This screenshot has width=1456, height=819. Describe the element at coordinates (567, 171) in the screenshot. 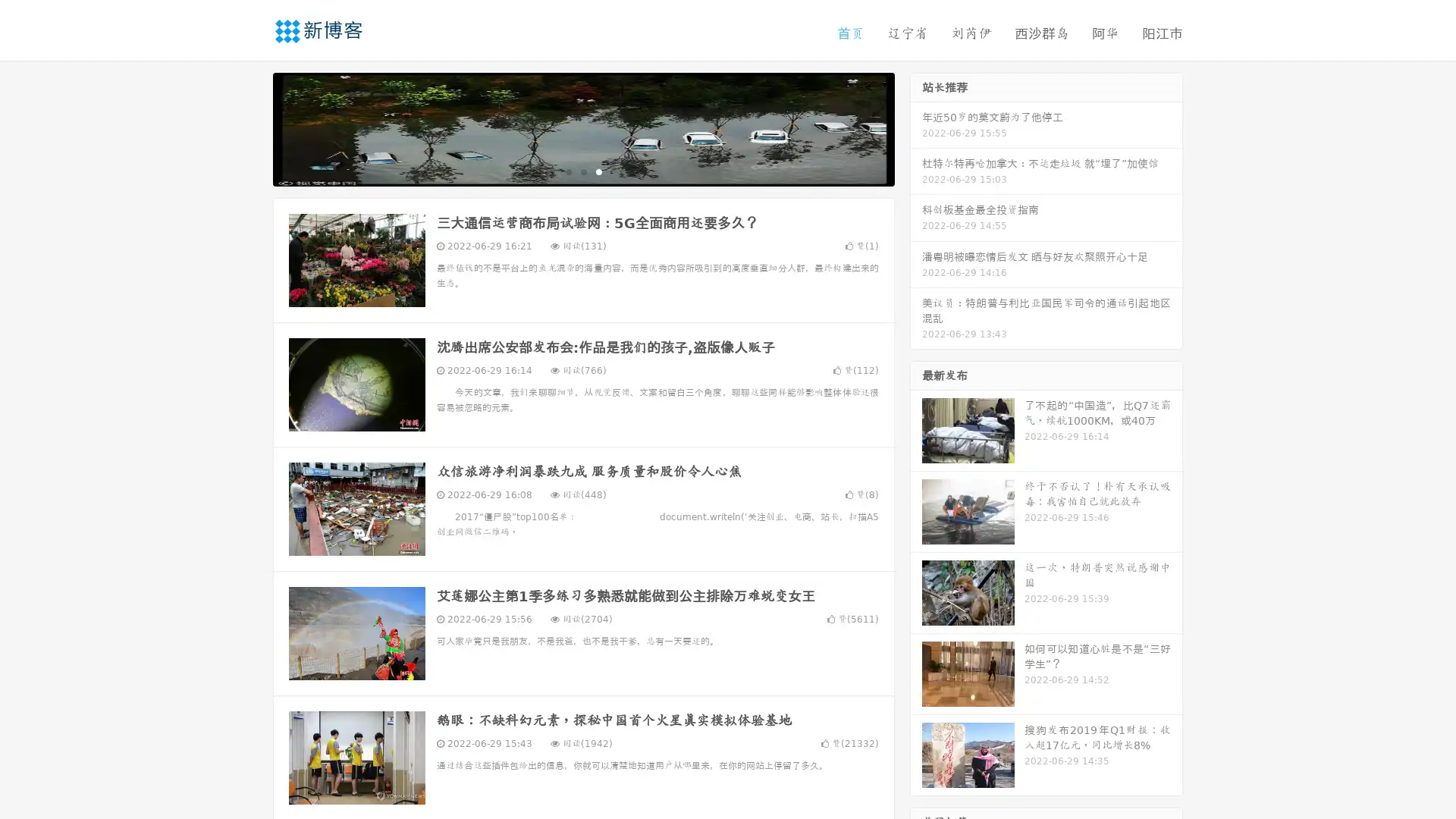

I see `Go to slide 1` at that location.